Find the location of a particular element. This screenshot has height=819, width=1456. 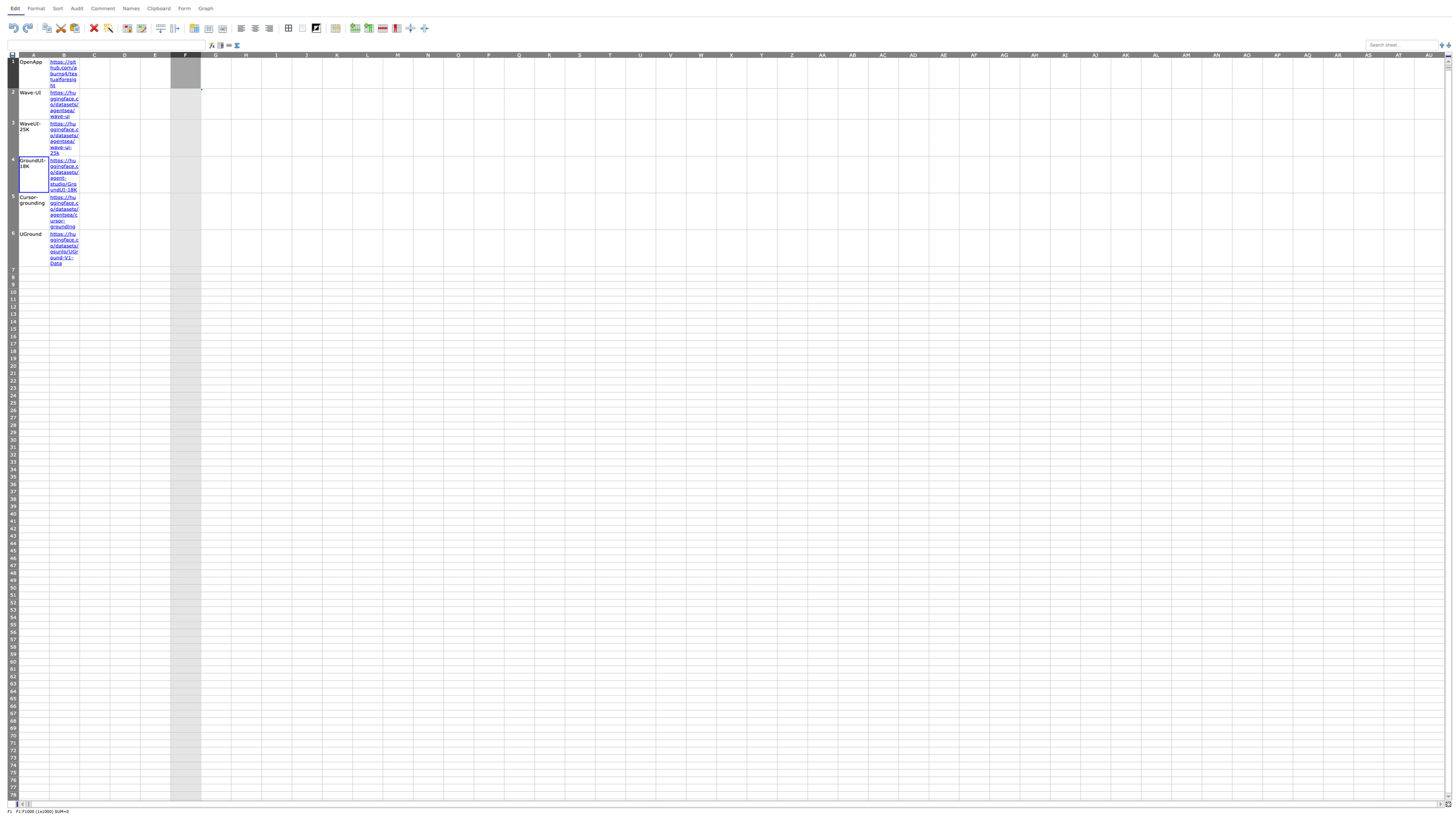

Activate entire column J is located at coordinates (307, 54).